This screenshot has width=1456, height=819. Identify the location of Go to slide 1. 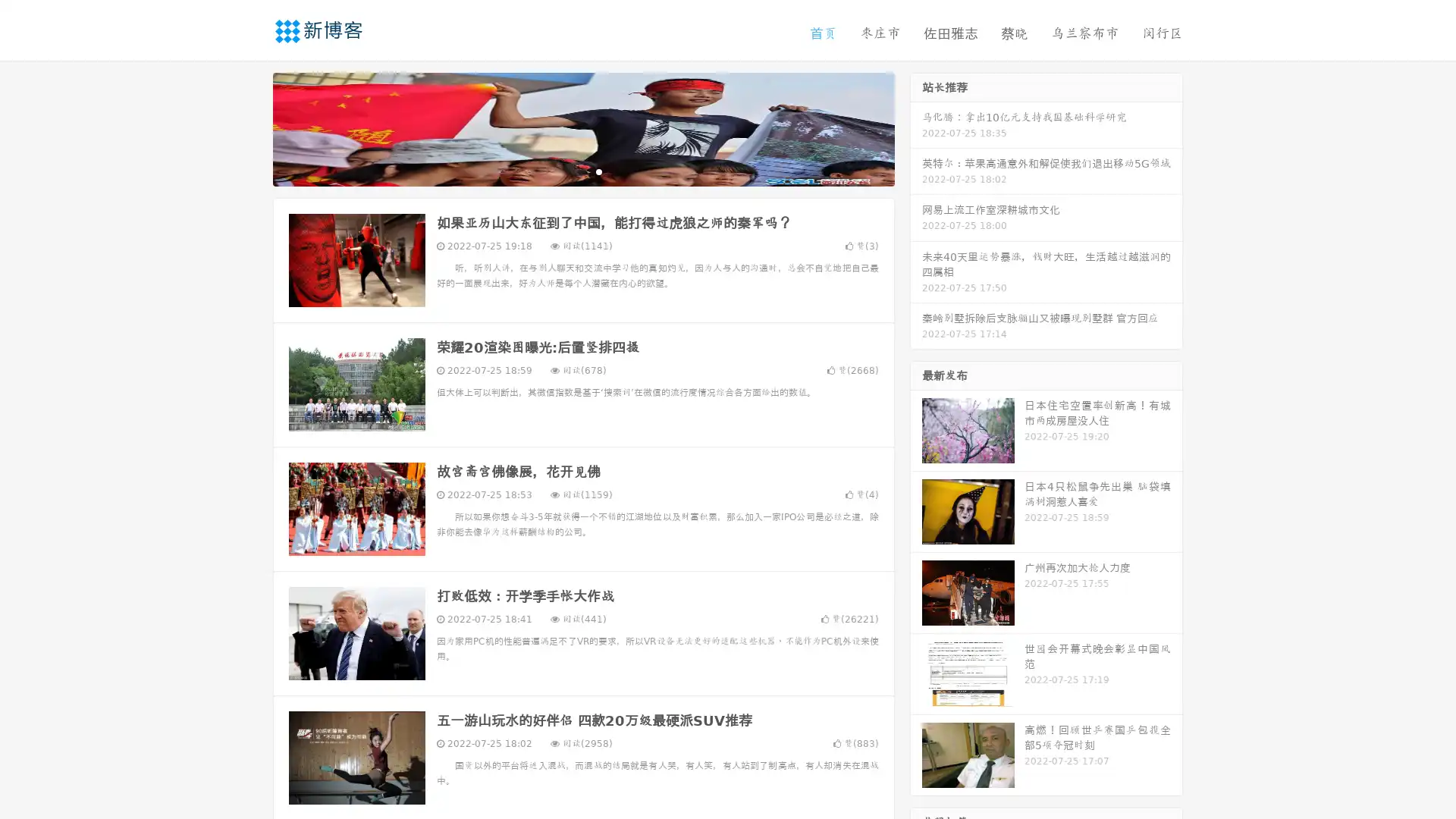
(567, 171).